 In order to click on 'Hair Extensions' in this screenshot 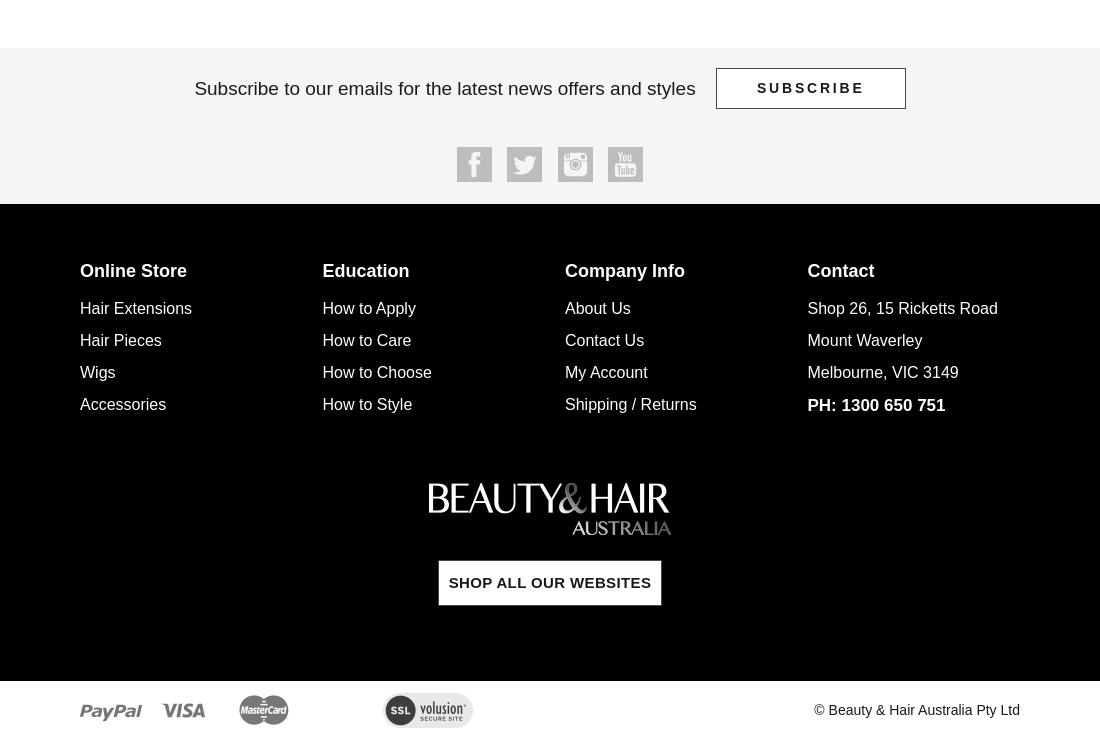, I will do `click(135, 307)`.